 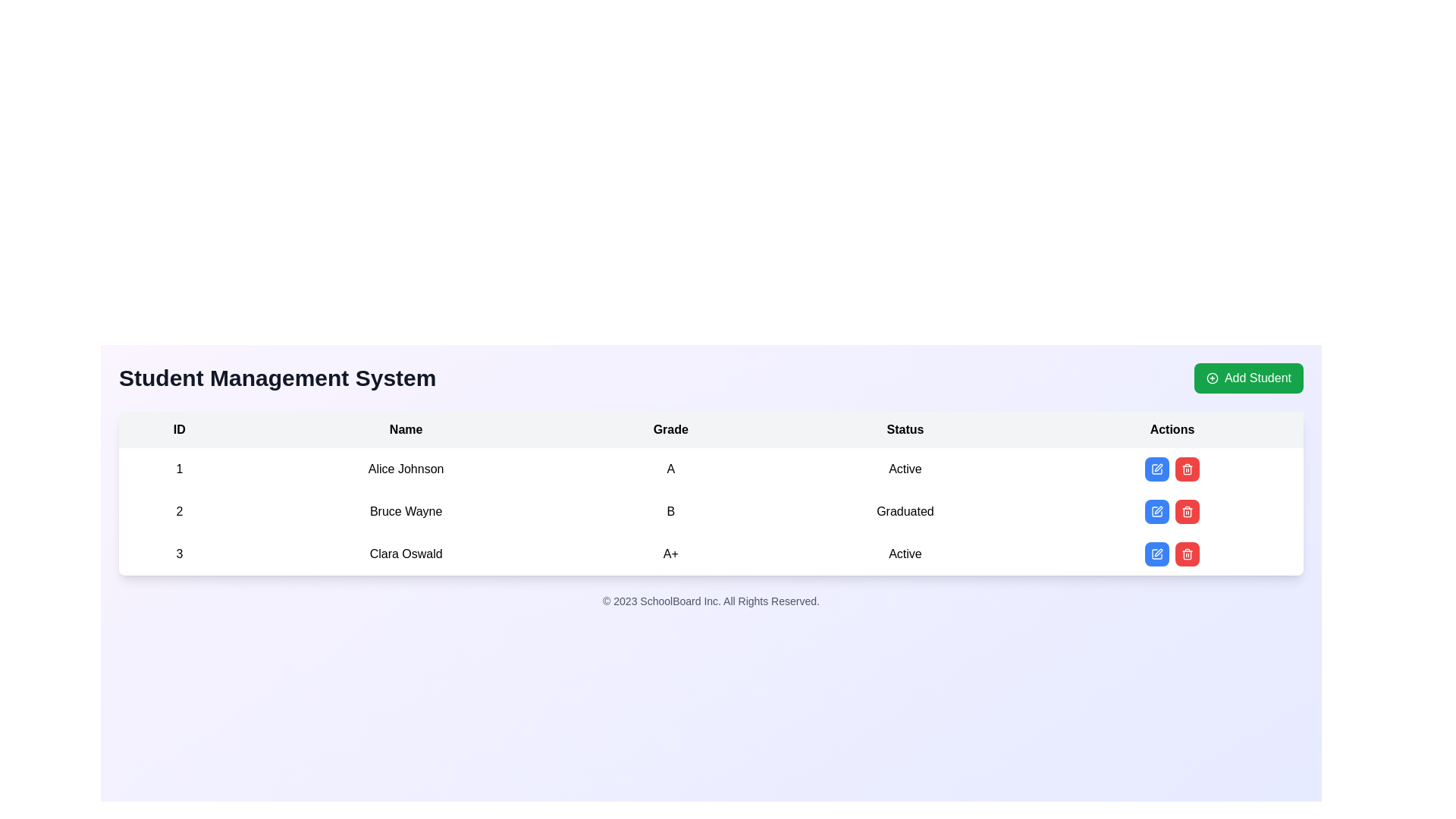 What do you see at coordinates (1171, 468) in the screenshot?
I see `the composite UI element consisting of 'Edit' and 'Delete' buttons in the 'Actions' column for 'Alice Johnson'` at bounding box center [1171, 468].